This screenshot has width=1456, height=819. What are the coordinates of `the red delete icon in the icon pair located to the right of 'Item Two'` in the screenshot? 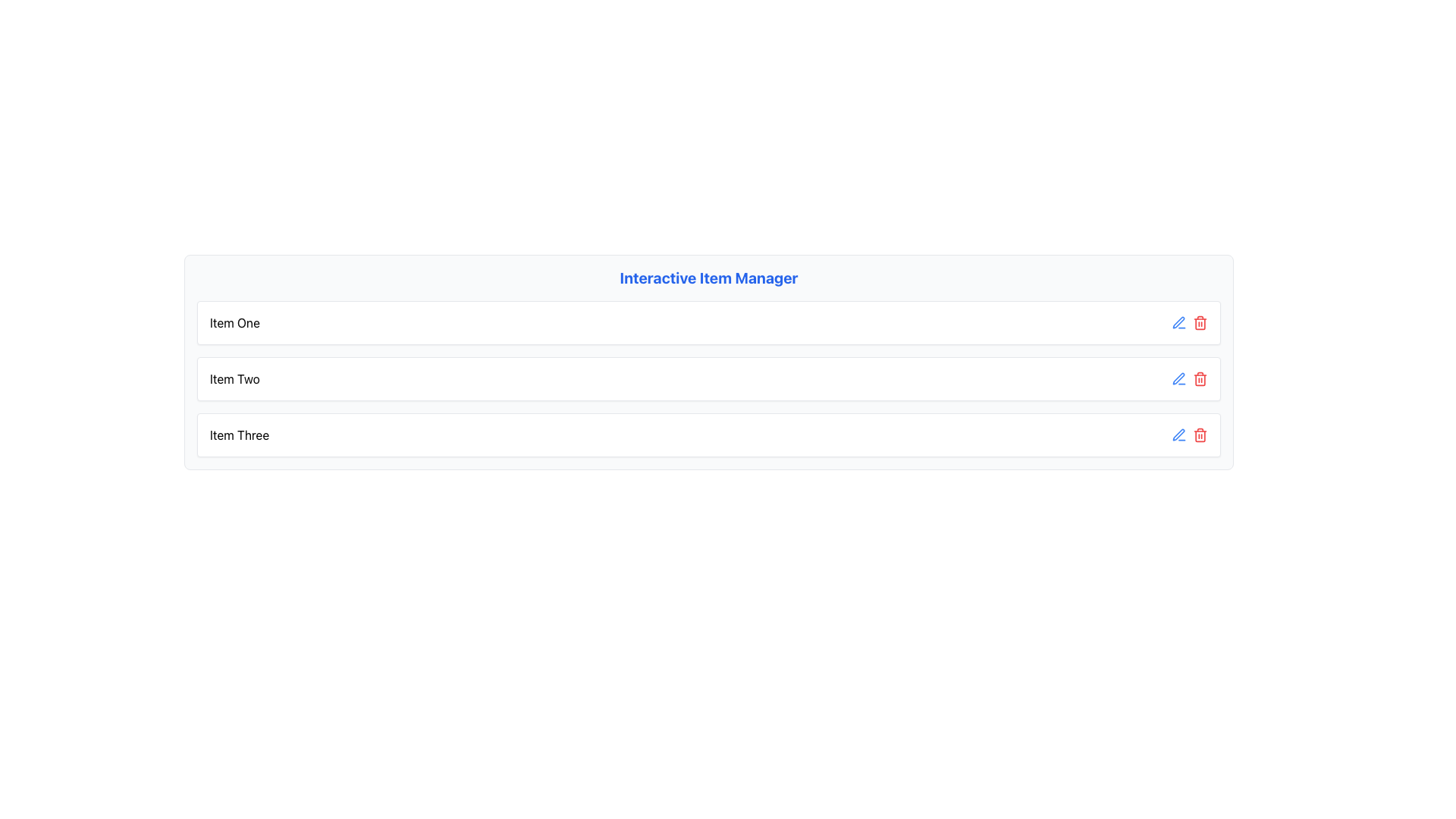 It's located at (1189, 378).